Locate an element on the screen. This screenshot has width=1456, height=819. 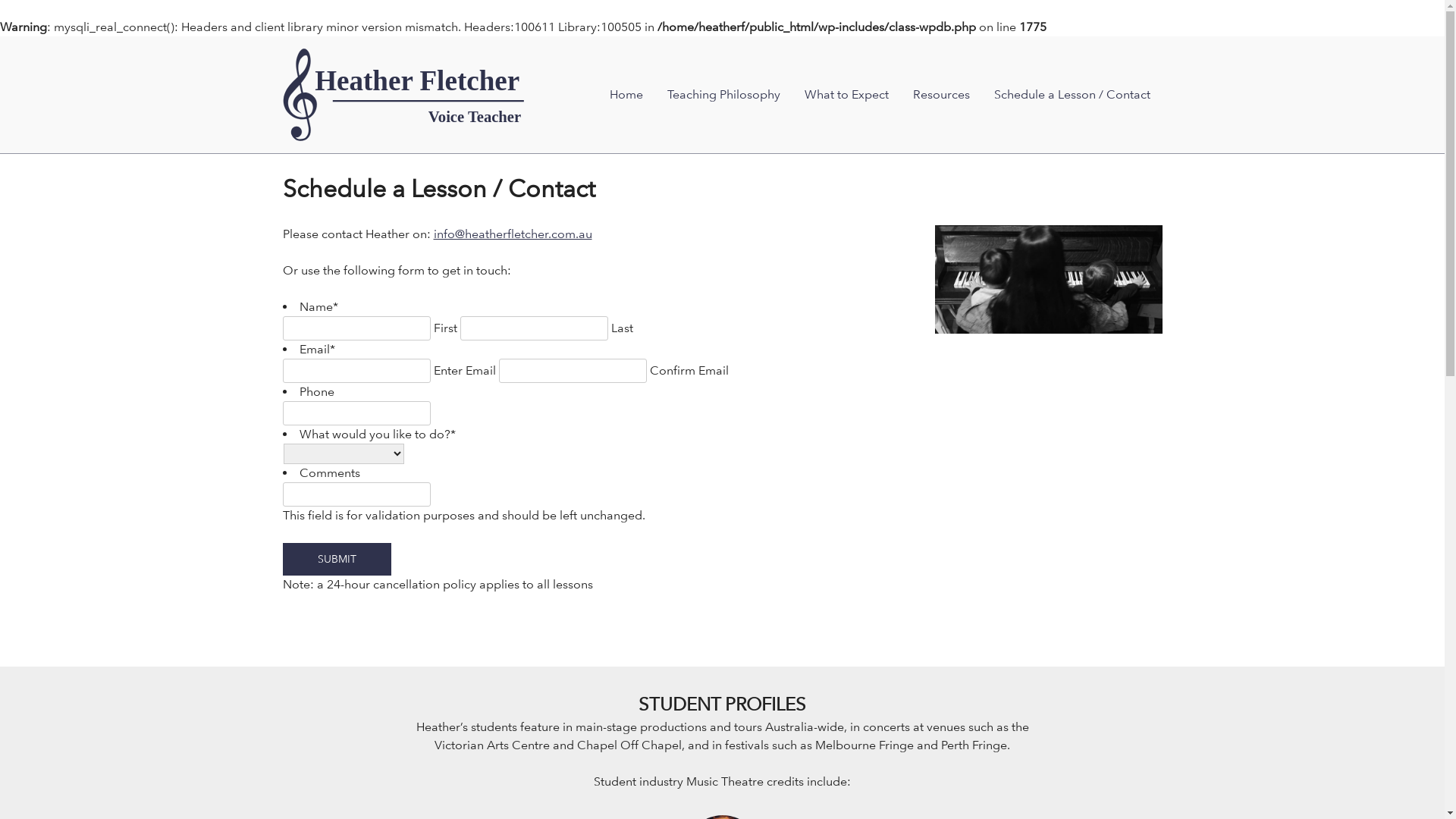
'Home' is located at coordinates (626, 94).